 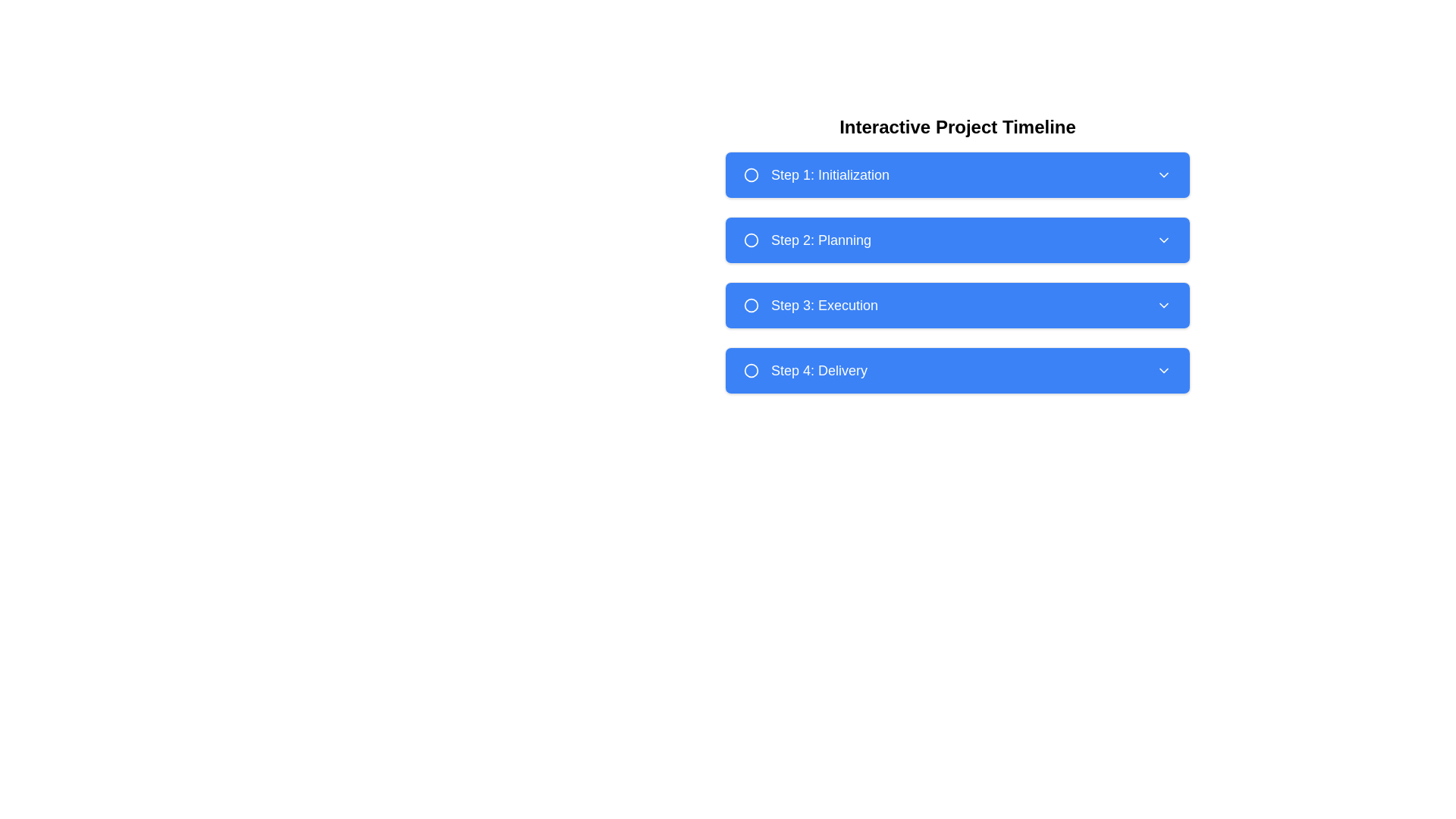 What do you see at coordinates (751, 239) in the screenshot?
I see `the circular visual element located` at bounding box center [751, 239].